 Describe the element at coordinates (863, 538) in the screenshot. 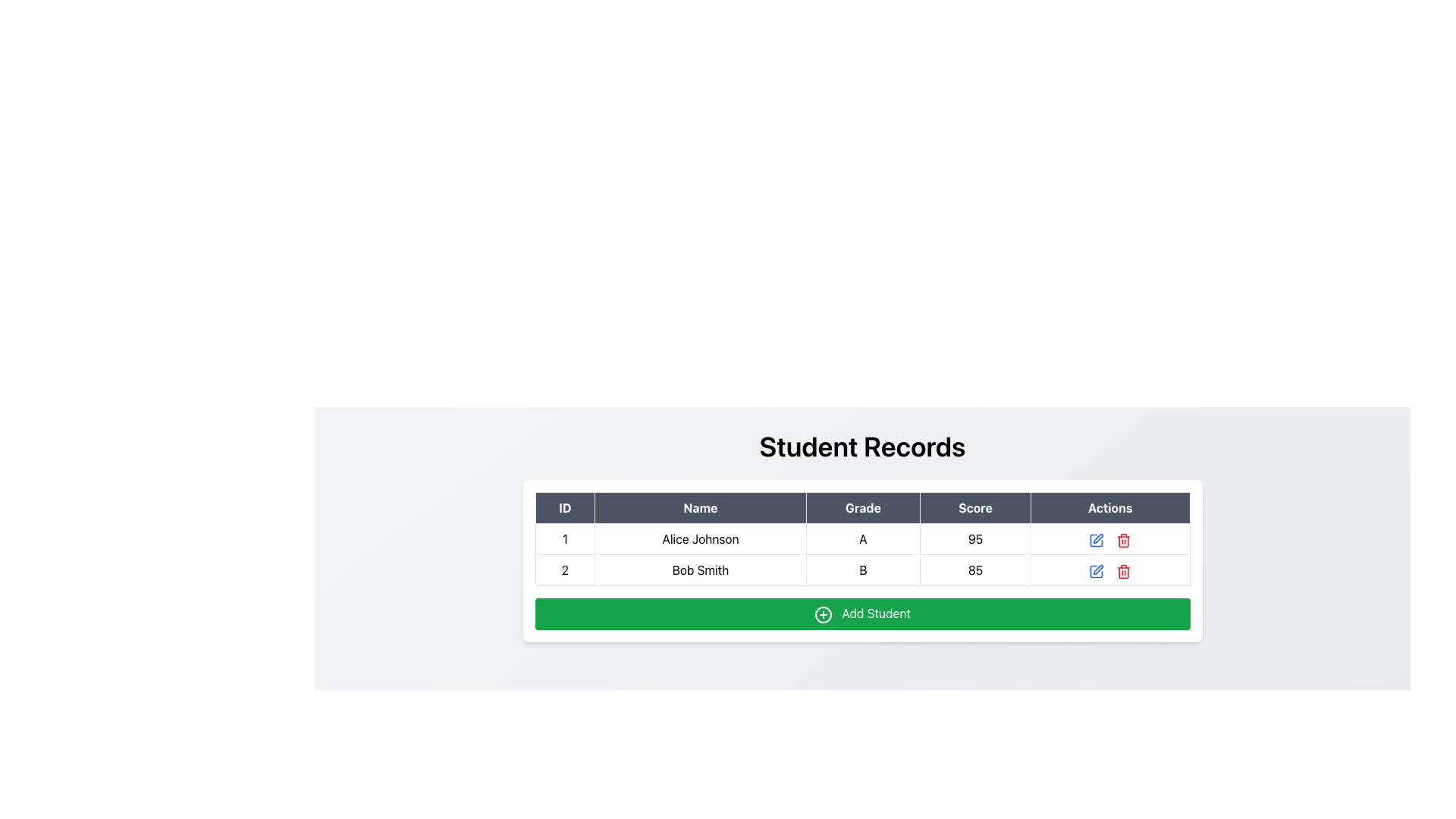

I see `the Text Display element containing the text 'A' in the 'Grade' column for the student Alice Johnson, which is located in the first row of the student record table` at that location.